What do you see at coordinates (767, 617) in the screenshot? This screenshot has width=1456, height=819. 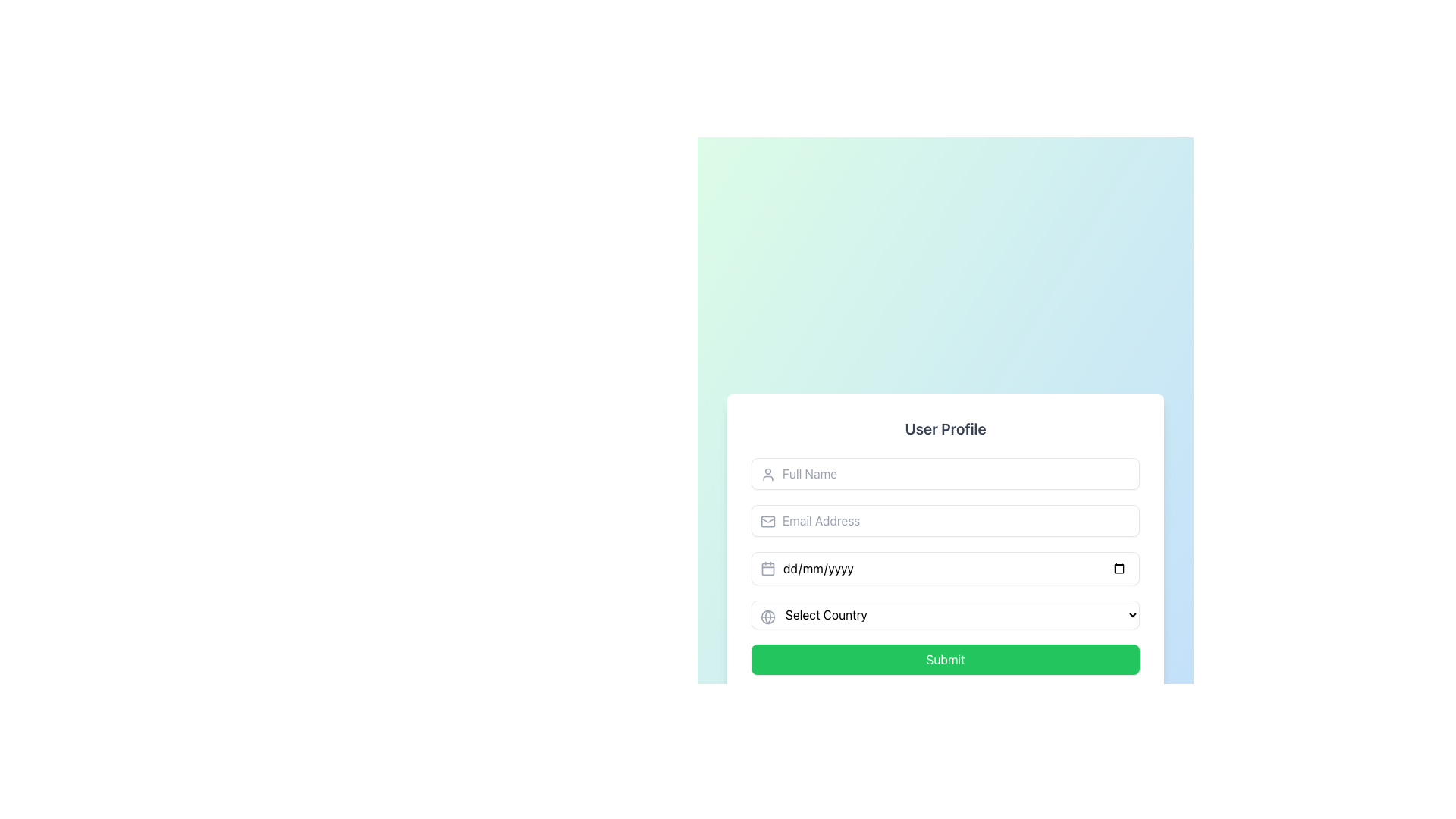 I see `the visual representation of the globe icon component, which is a circular graphical element located to the left of the 'Select Country' text field` at bounding box center [767, 617].